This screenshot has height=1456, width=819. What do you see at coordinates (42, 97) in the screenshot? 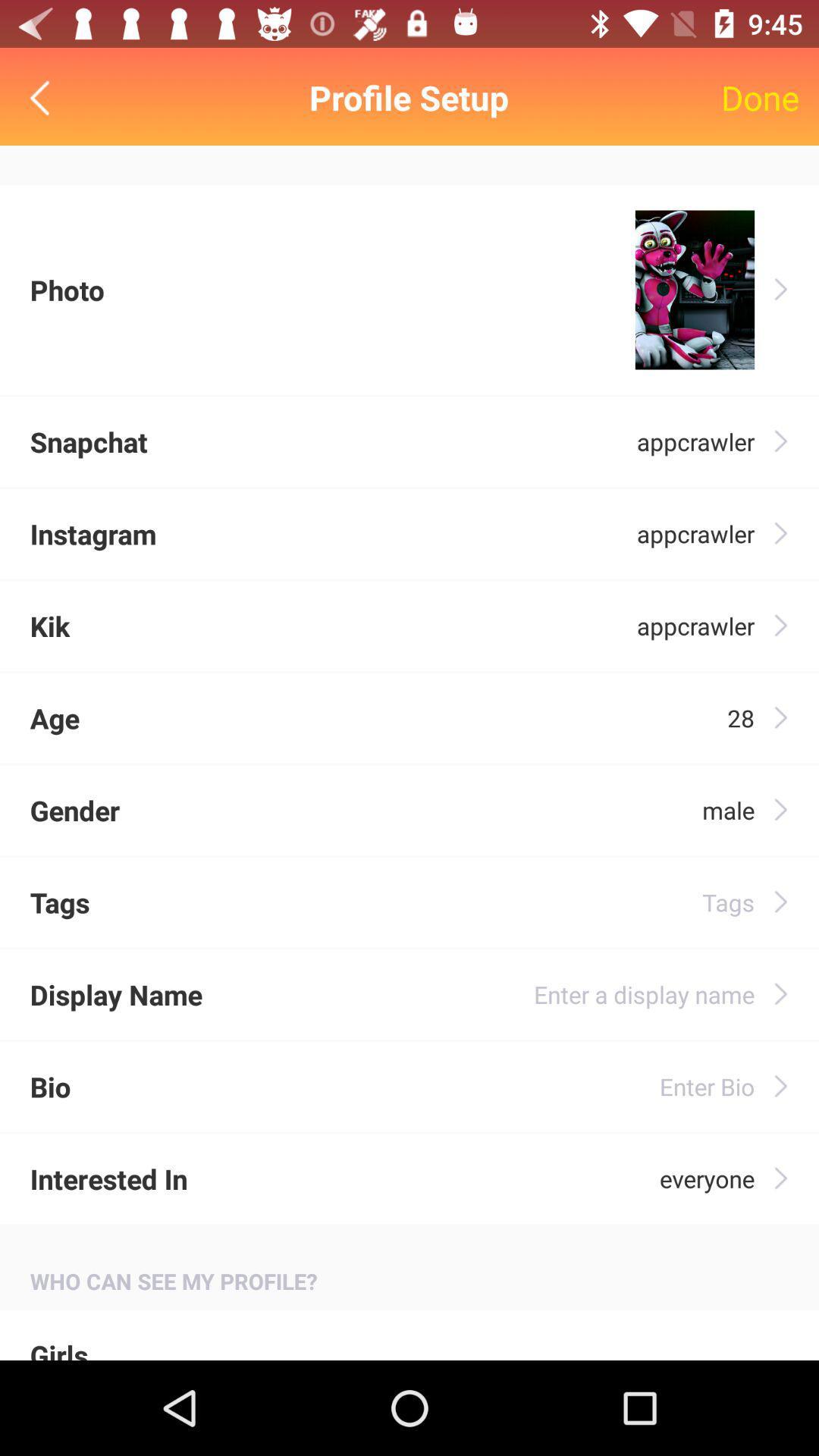
I see `the item above photo icon` at bounding box center [42, 97].